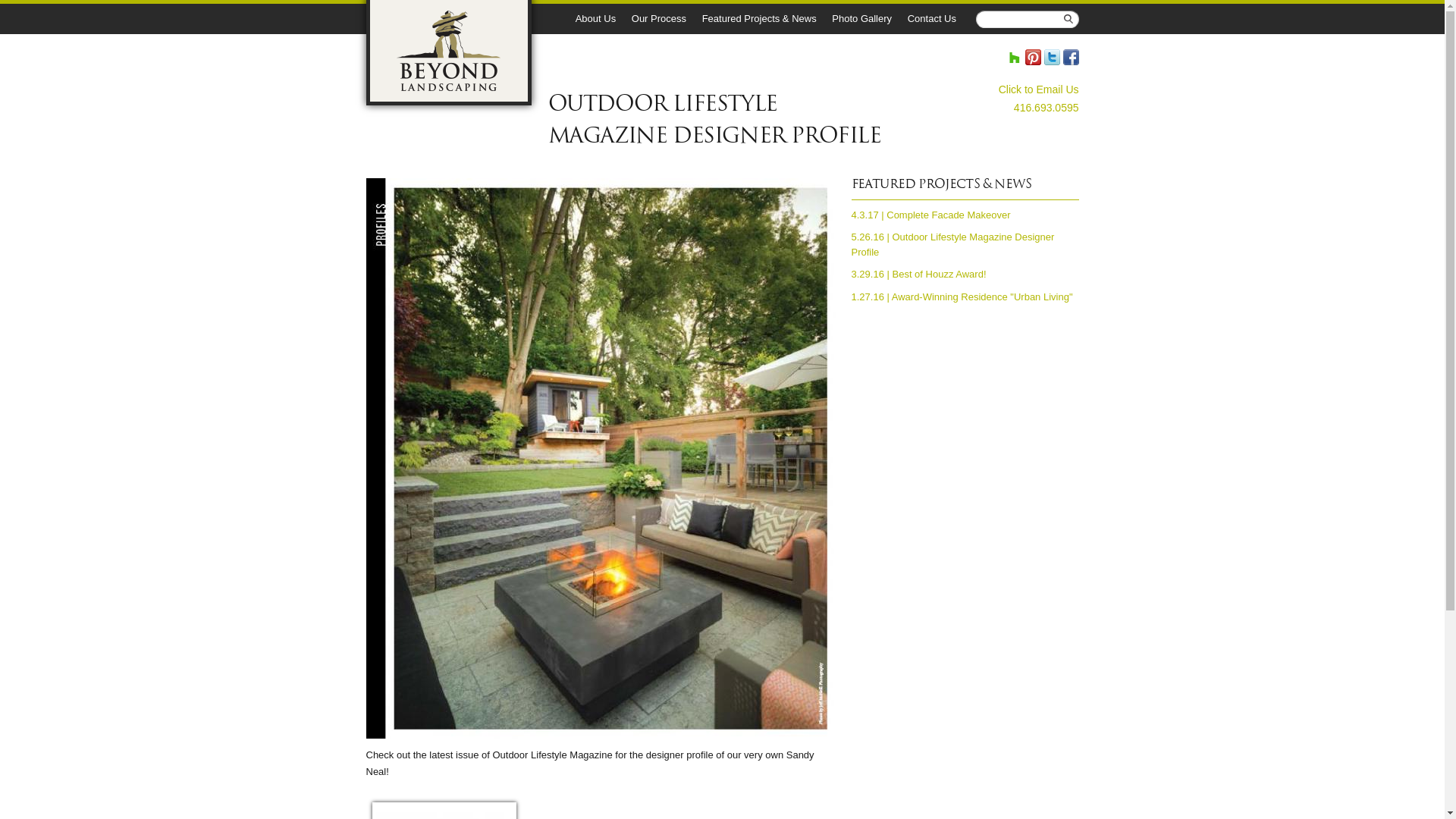  I want to click on 'Click to Email Us', so click(998, 89).